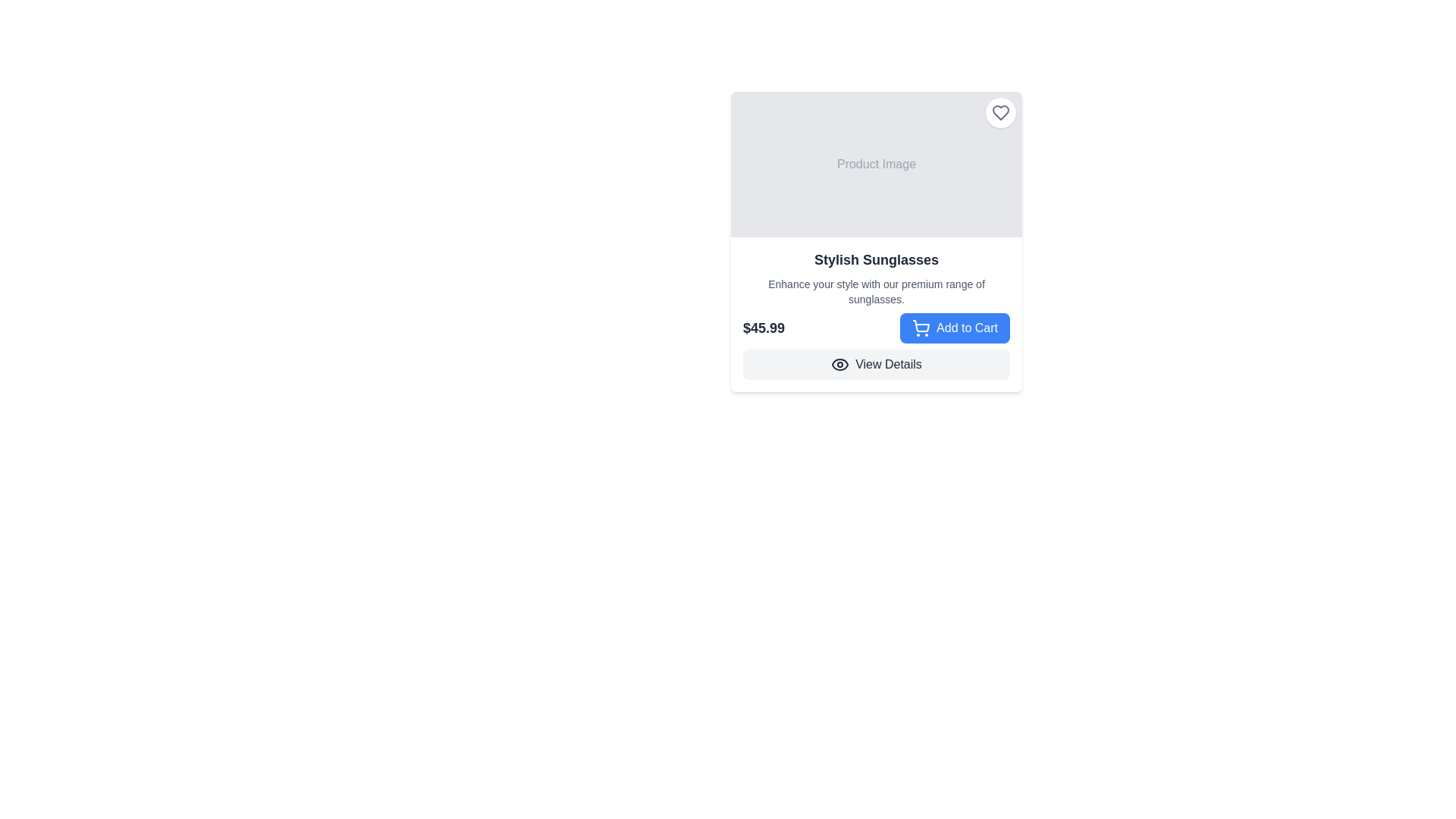  Describe the element at coordinates (839, 365) in the screenshot. I see `the elliptical outline of the eye icon within the SVG, located in the top-right corner of the product information card` at that location.